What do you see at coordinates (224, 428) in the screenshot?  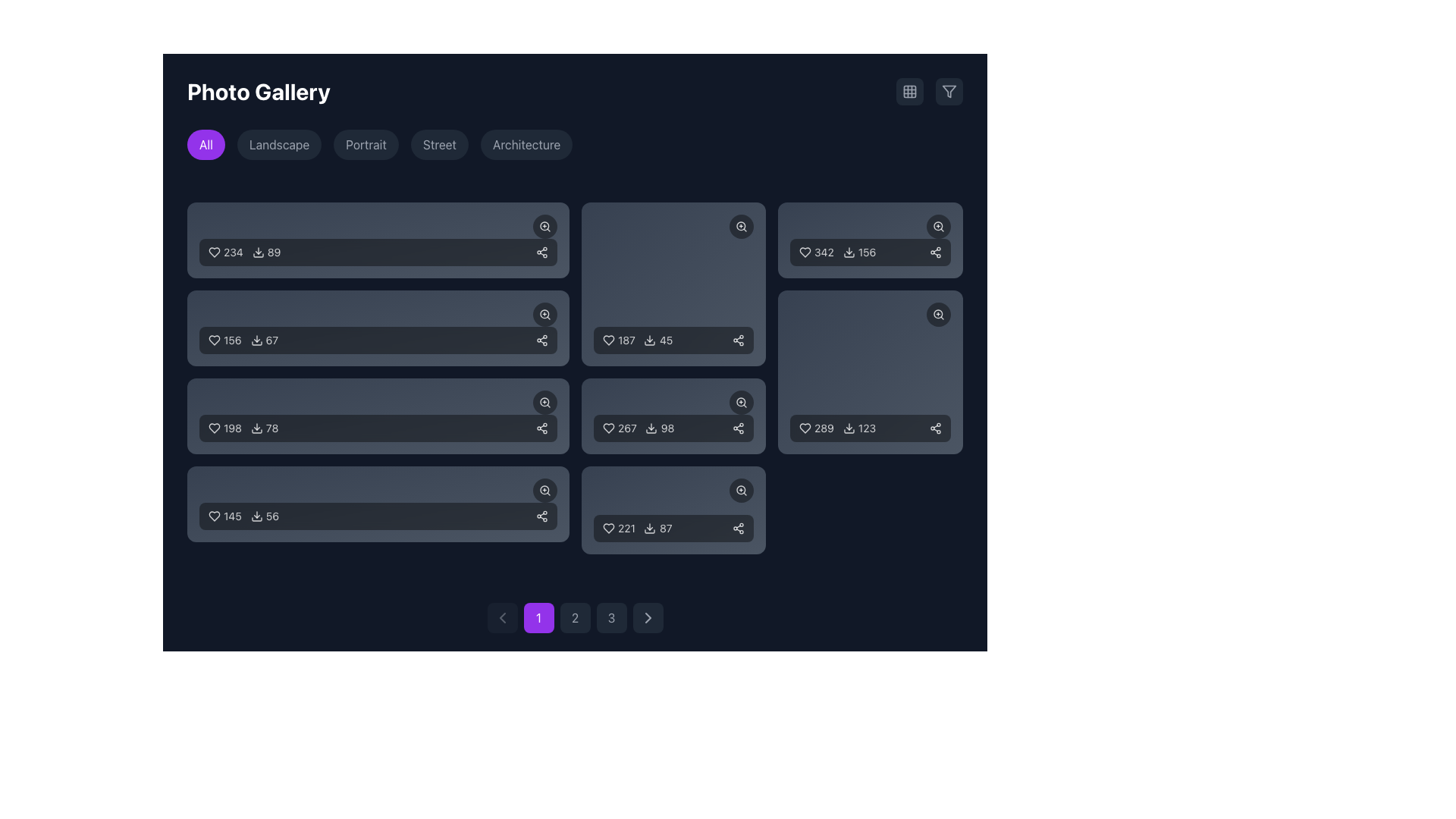 I see `the Like counter with icon in the third row of image statistics` at bounding box center [224, 428].